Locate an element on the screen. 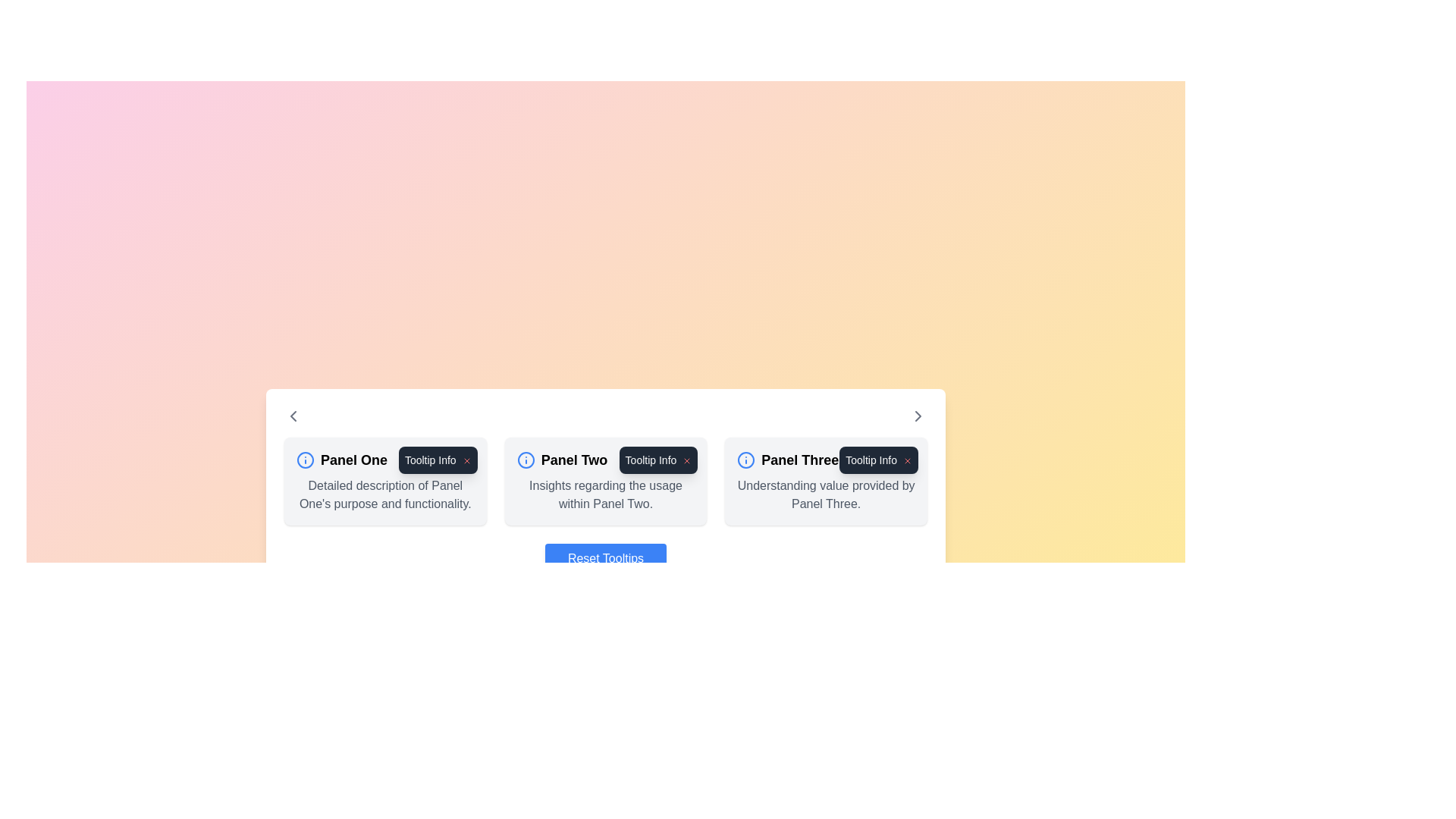 The height and width of the screenshot is (819, 1456). the text block that contains the content 'Detailed description of Panel One's purpose and functionality.', which is styled with a gray font color and positioned below the title 'Panel One' is located at coordinates (385, 494).